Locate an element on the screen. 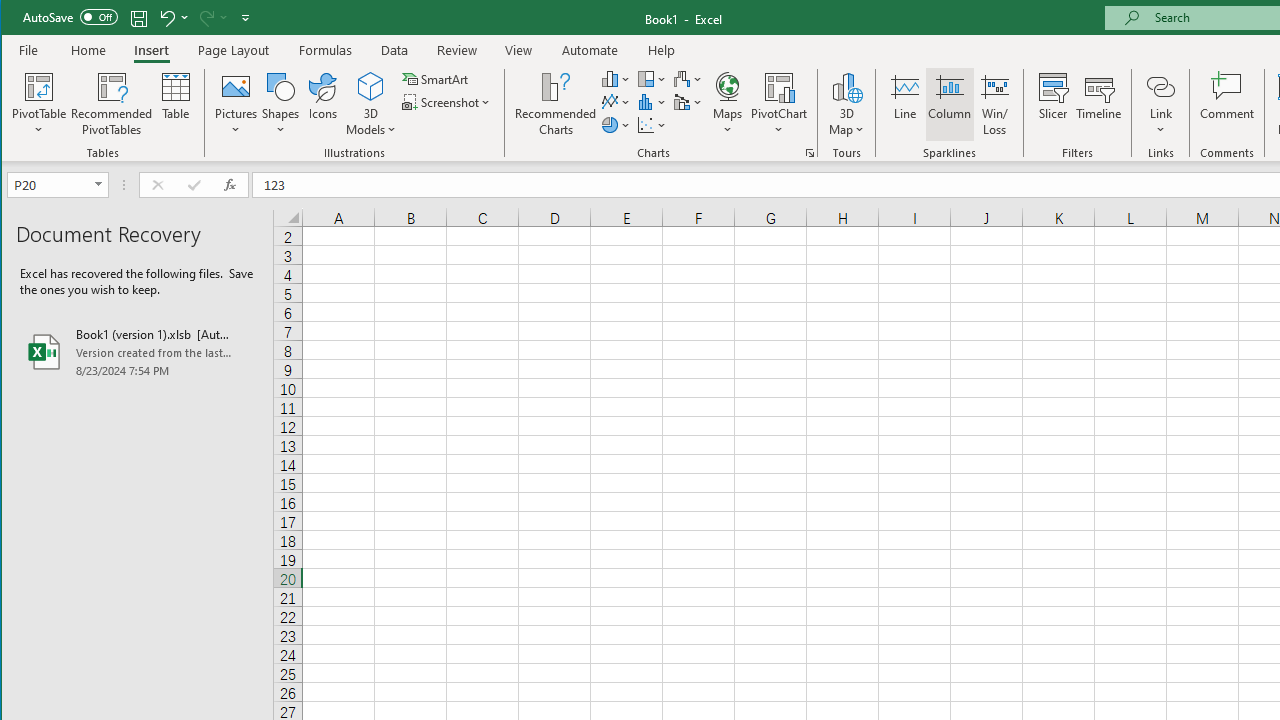  'Icons' is located at coordinates (323, 104).